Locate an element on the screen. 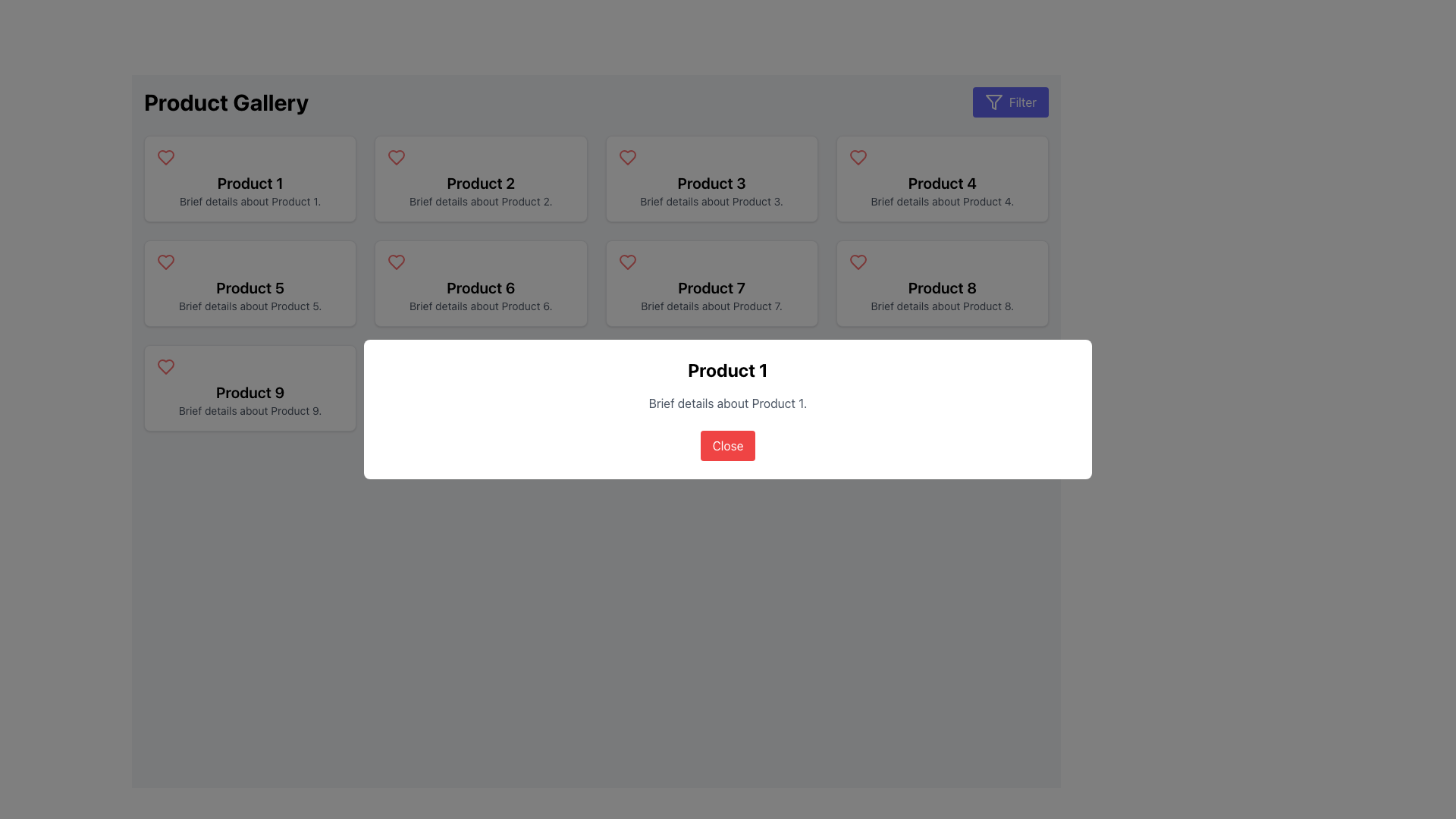 The image size is (1456, 819). the 'Product 2' text label, which is styled with a bold font and larger size, located in the middle-top area of the interface, in the second position of the first row in a grid layout of product cards is located at coordinates (480, 183).